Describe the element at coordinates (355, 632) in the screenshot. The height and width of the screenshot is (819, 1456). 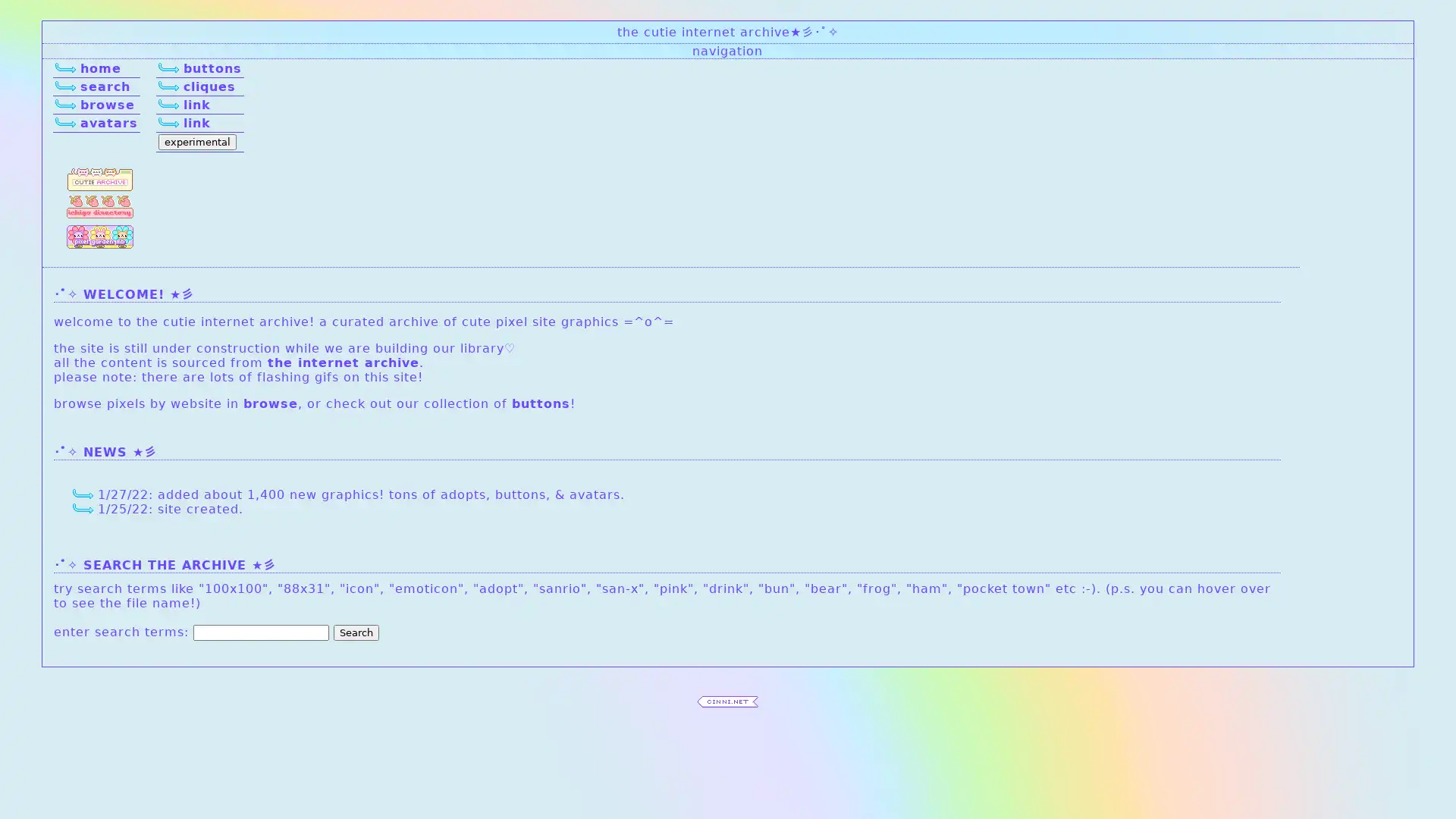
I see `Search` at that location.